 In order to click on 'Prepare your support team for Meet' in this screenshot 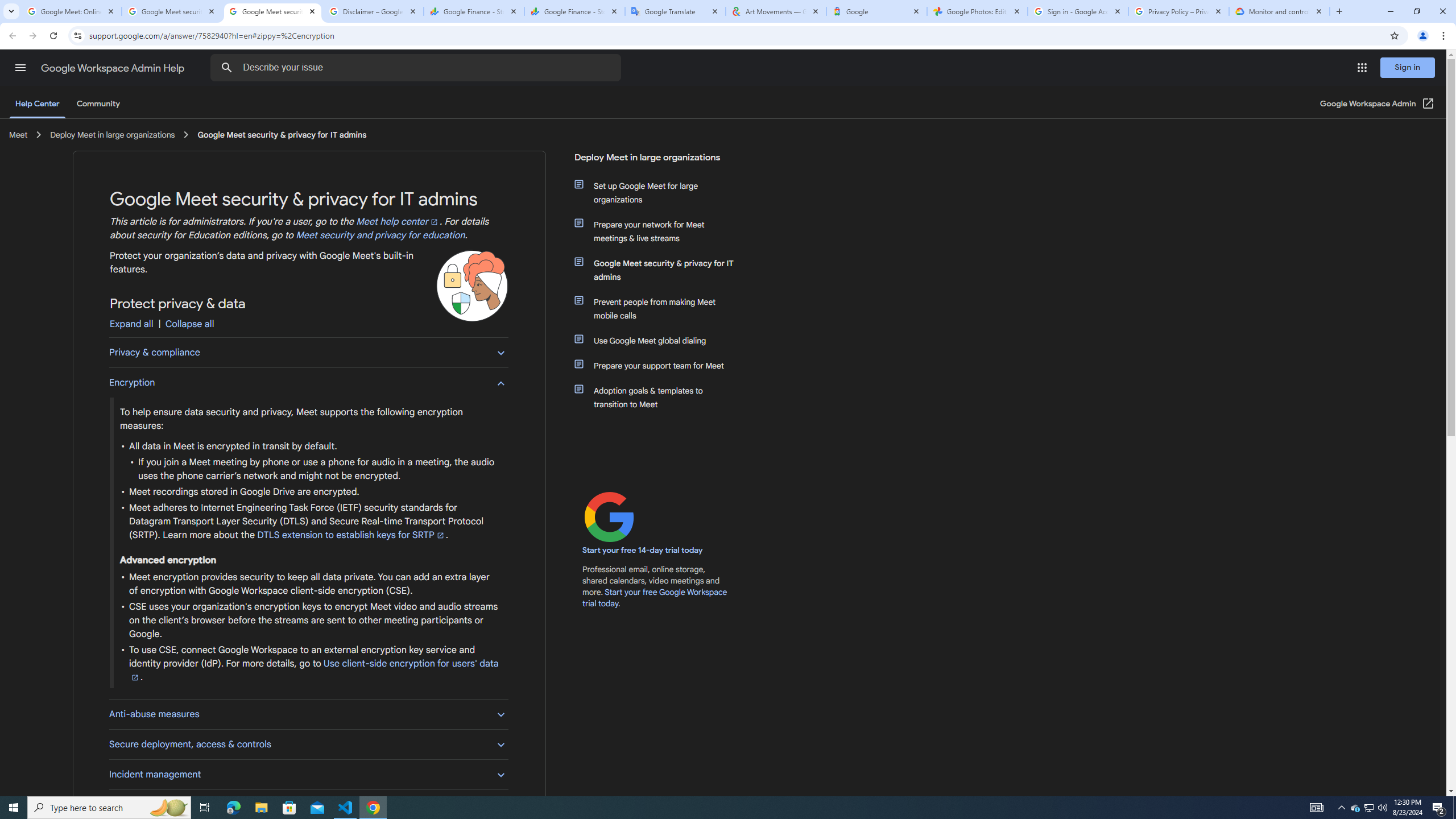, I will do `click(661, 365)`.